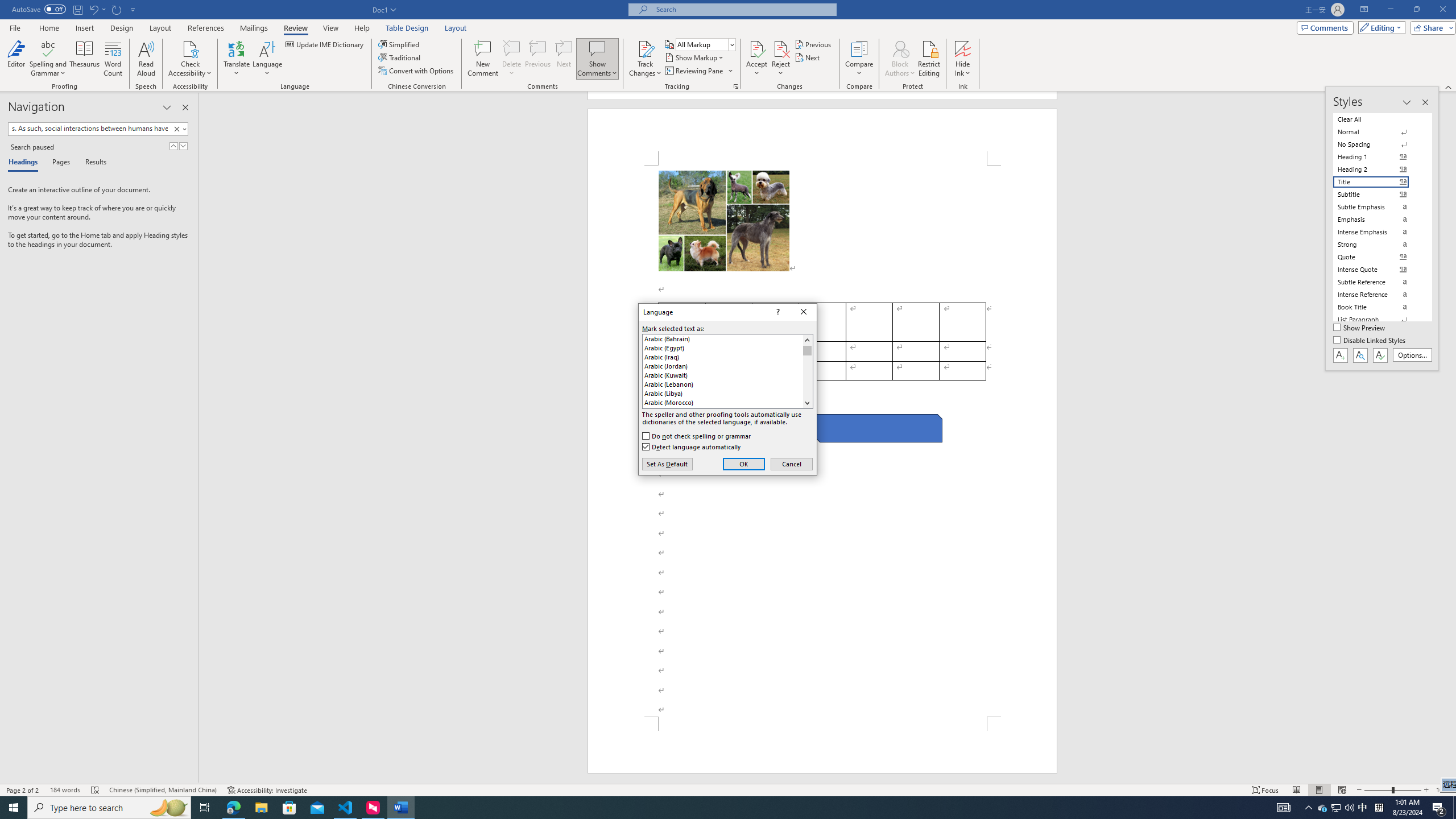 The image size is (1456, 819). I want to click on 'Reviewing Pane', so click(694, 69).